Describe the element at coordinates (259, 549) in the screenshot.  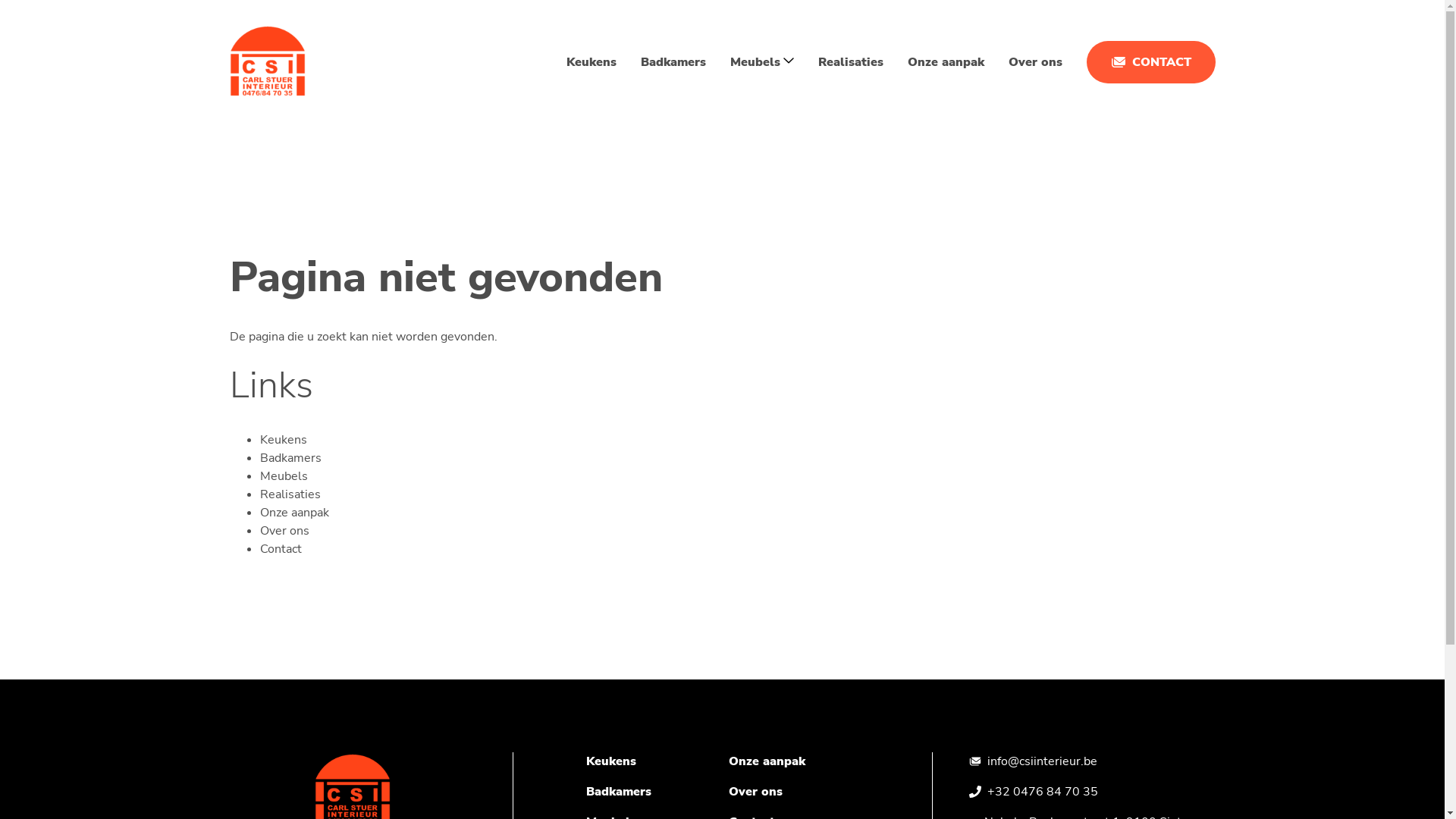
I see `'Contact'` at that location.